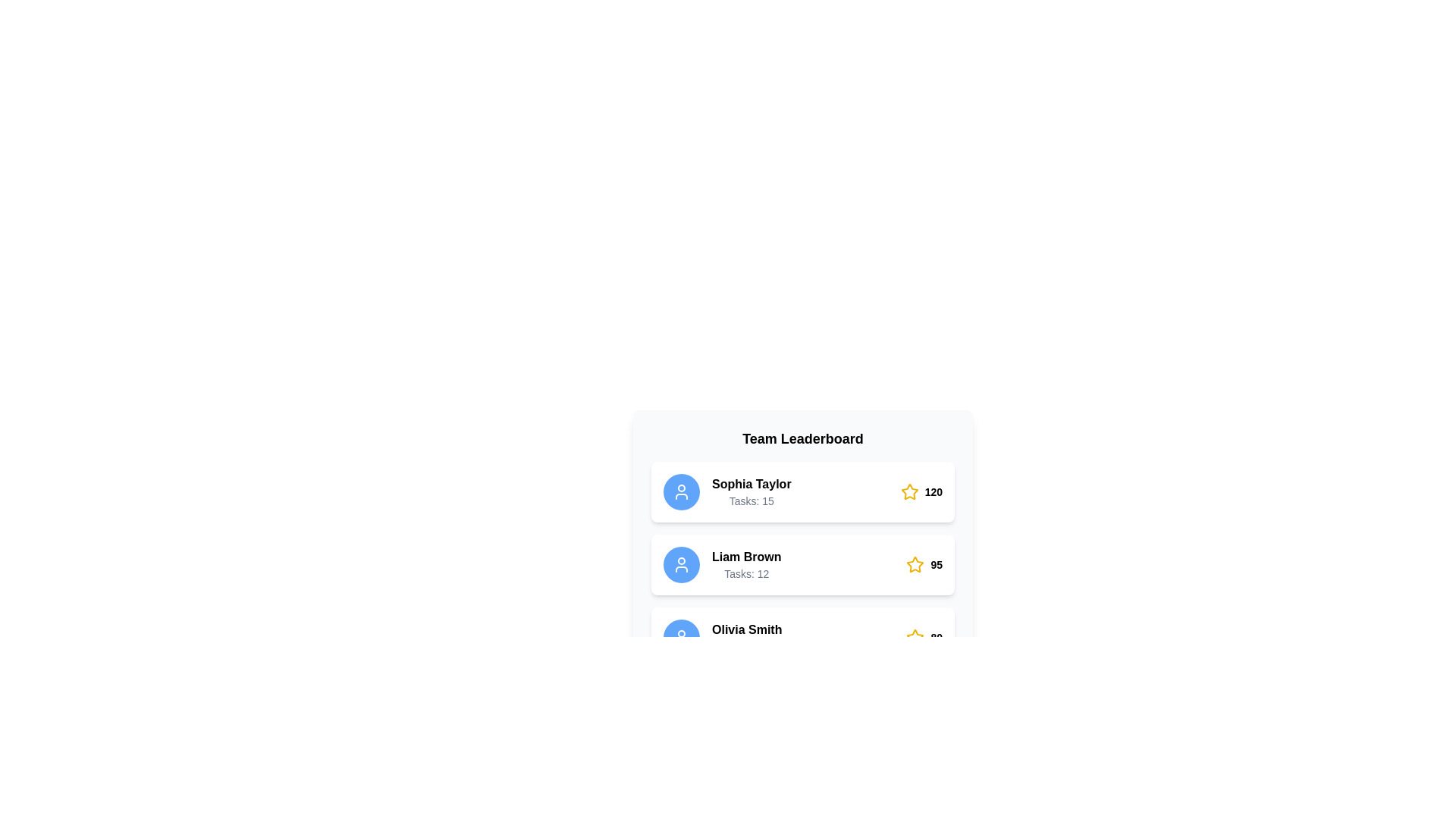 This screenshot has width=1456, height=819. I want to click on the star icon with a yellow outline and white fill, located in the leaderboard interface next to 'Sophia Taylor', to rate it, so click(915, 564).